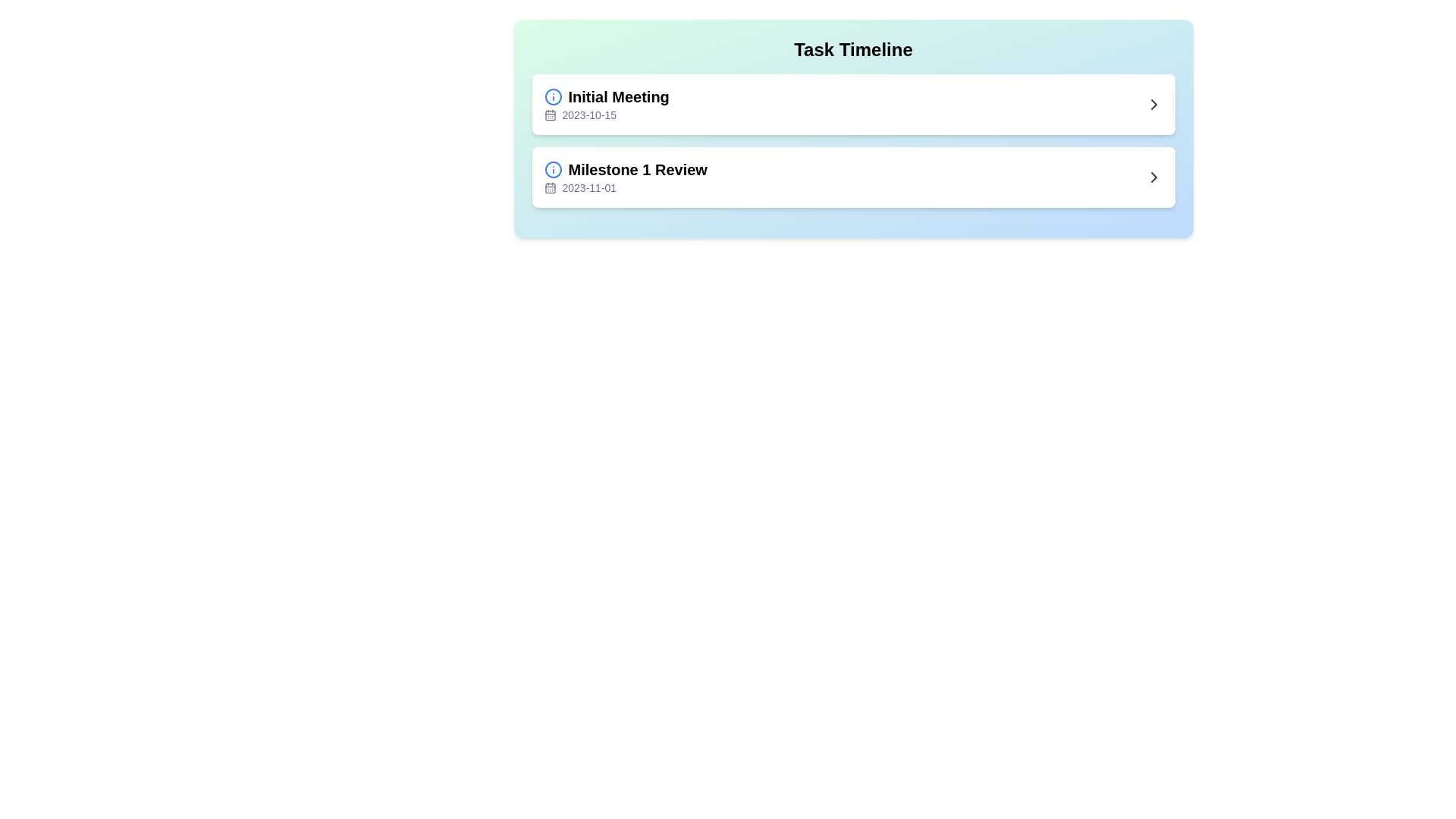 Image resolution: width=1456 pixels, height=819 pixels. Describe the element at coordinates (1153, 104) in the screenshot. I see `the chevron icon button located in the rightmost area of the 'Initial Meeting' list item row` at that location.